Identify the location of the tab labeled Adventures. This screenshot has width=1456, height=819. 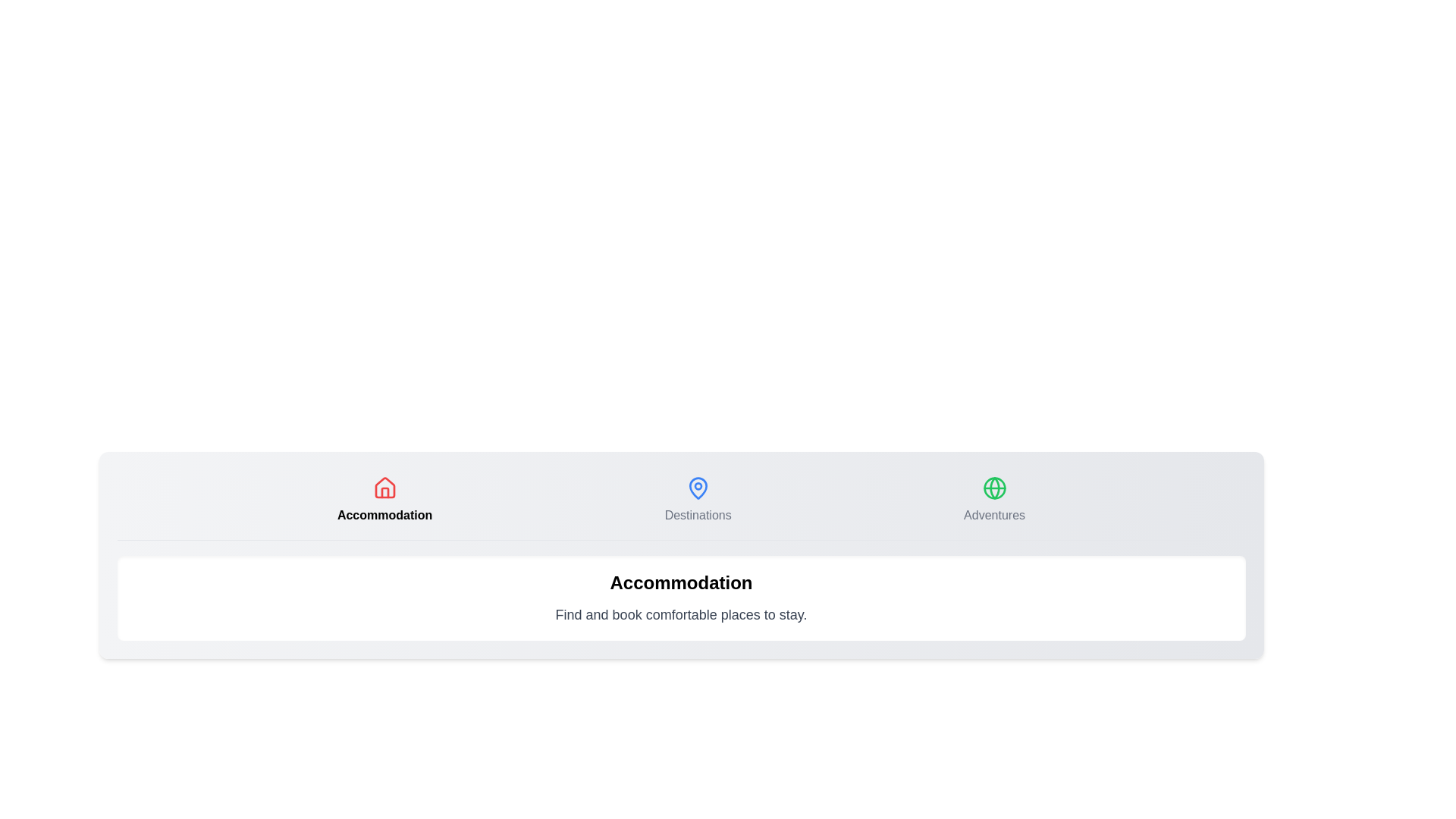
(994, 500).